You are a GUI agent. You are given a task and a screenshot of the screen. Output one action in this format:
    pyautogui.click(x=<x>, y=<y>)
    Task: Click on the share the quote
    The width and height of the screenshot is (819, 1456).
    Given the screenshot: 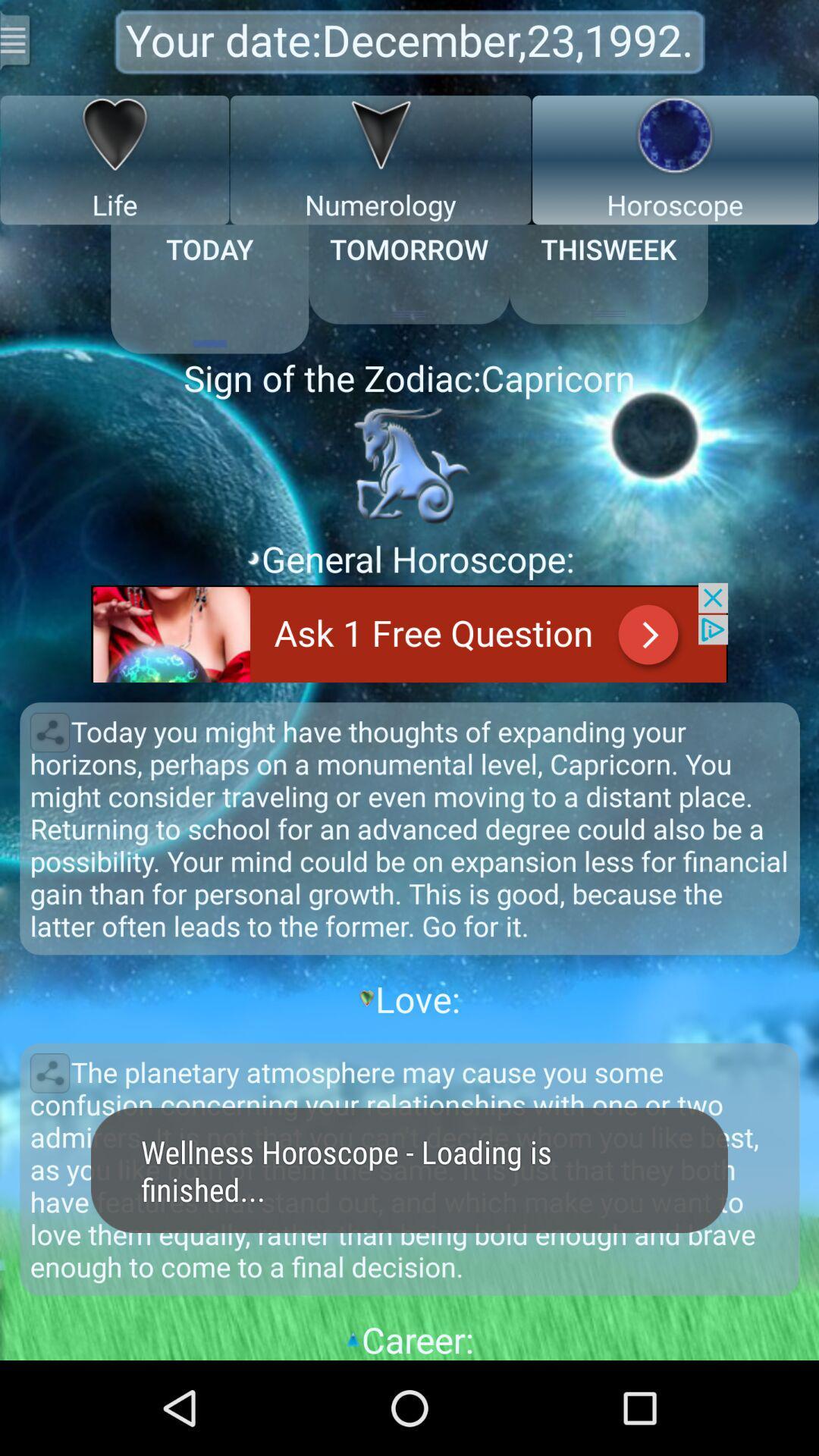 What is the action you would take?
    pyautogui.click(x=49, y=1072)
    